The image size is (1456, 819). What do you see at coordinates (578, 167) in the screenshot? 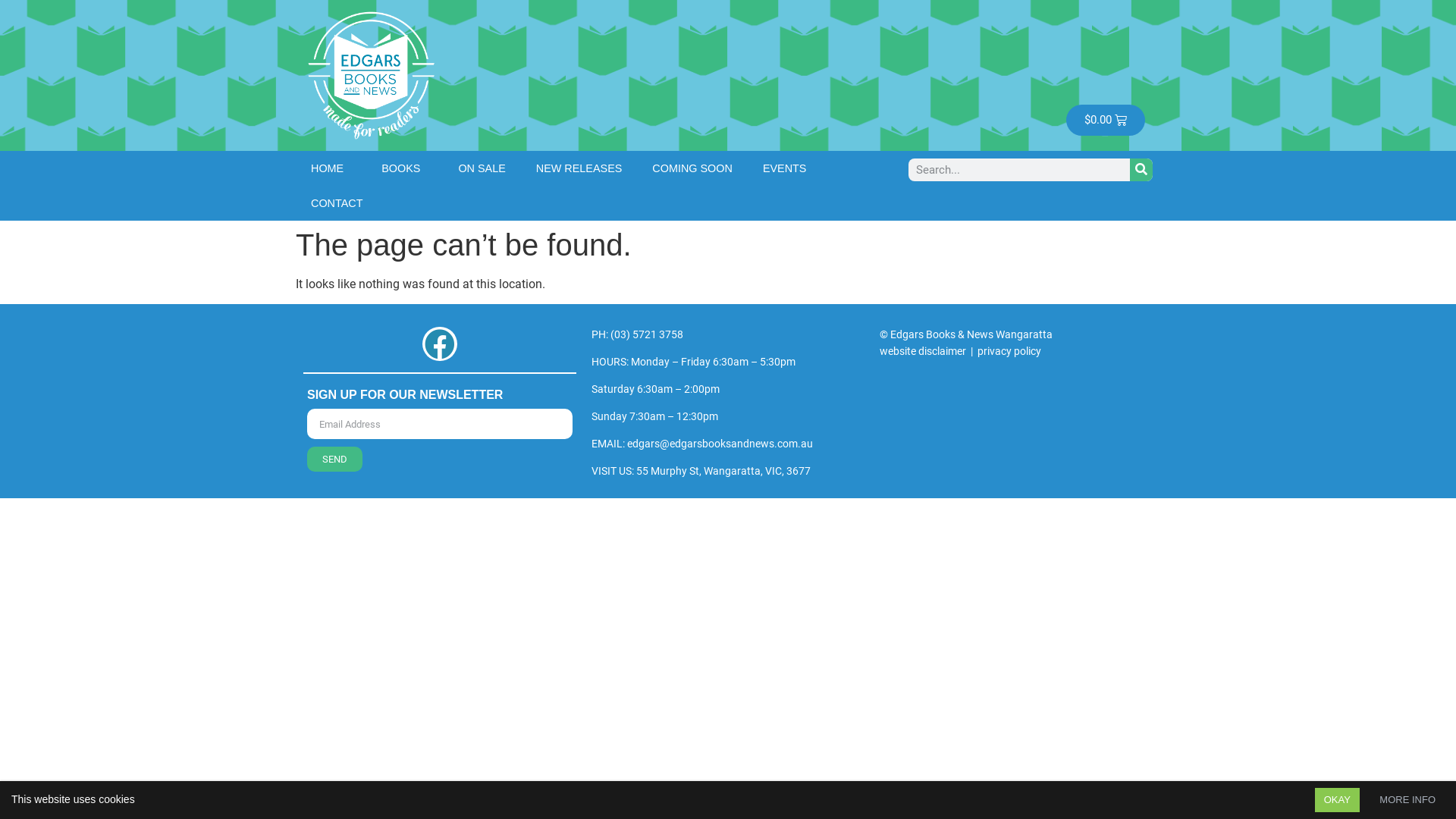
I see `'NEW RELEASES'` at bounding box center [578, 167].